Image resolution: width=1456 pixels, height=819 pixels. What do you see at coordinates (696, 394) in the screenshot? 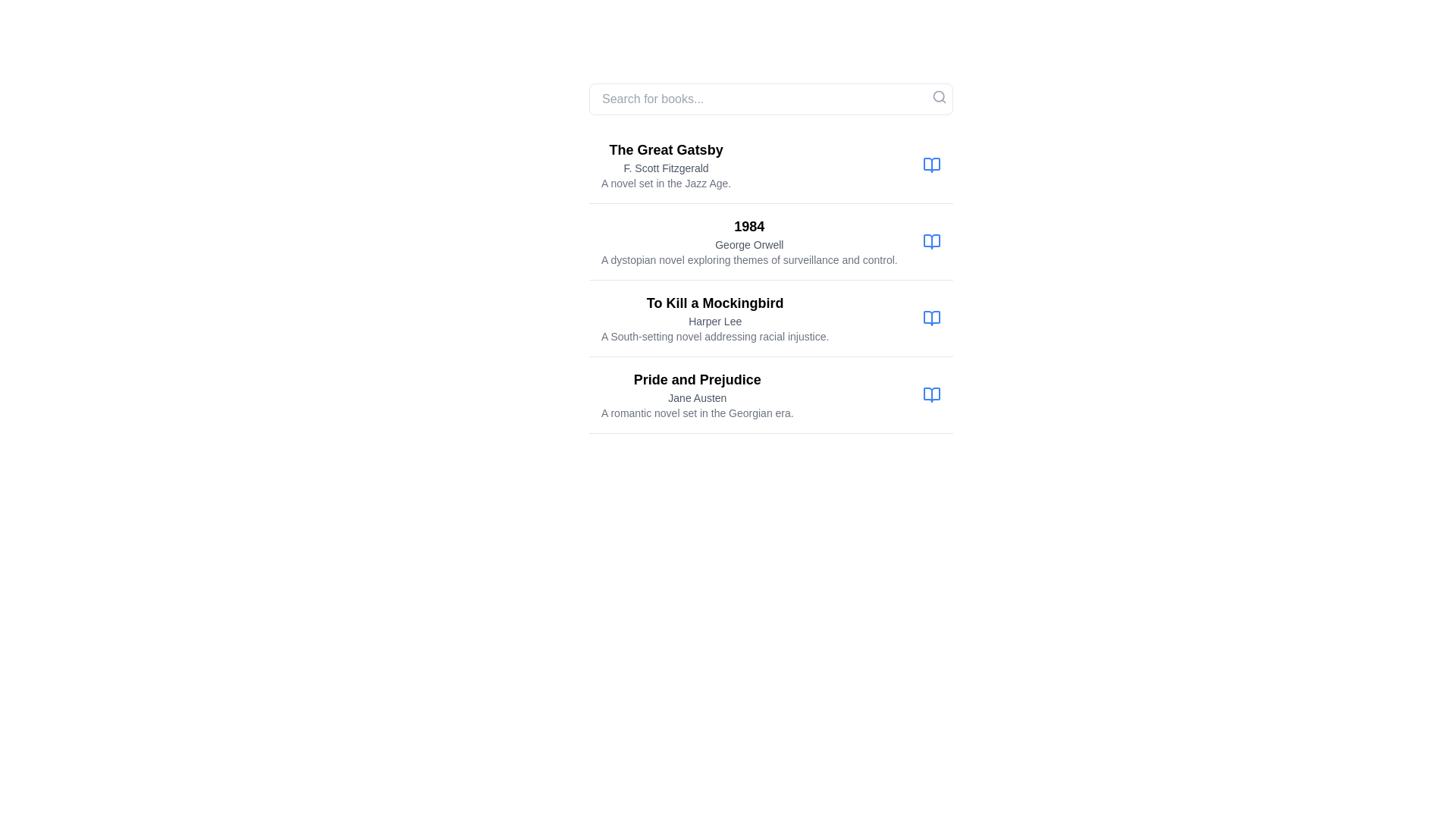
I see `the display block containing the text for the book 'Pride and Prejudice', which provides information about the book's title, author, and description, located fourth from the top in the list of book entries` at bounding box center [696, 394].